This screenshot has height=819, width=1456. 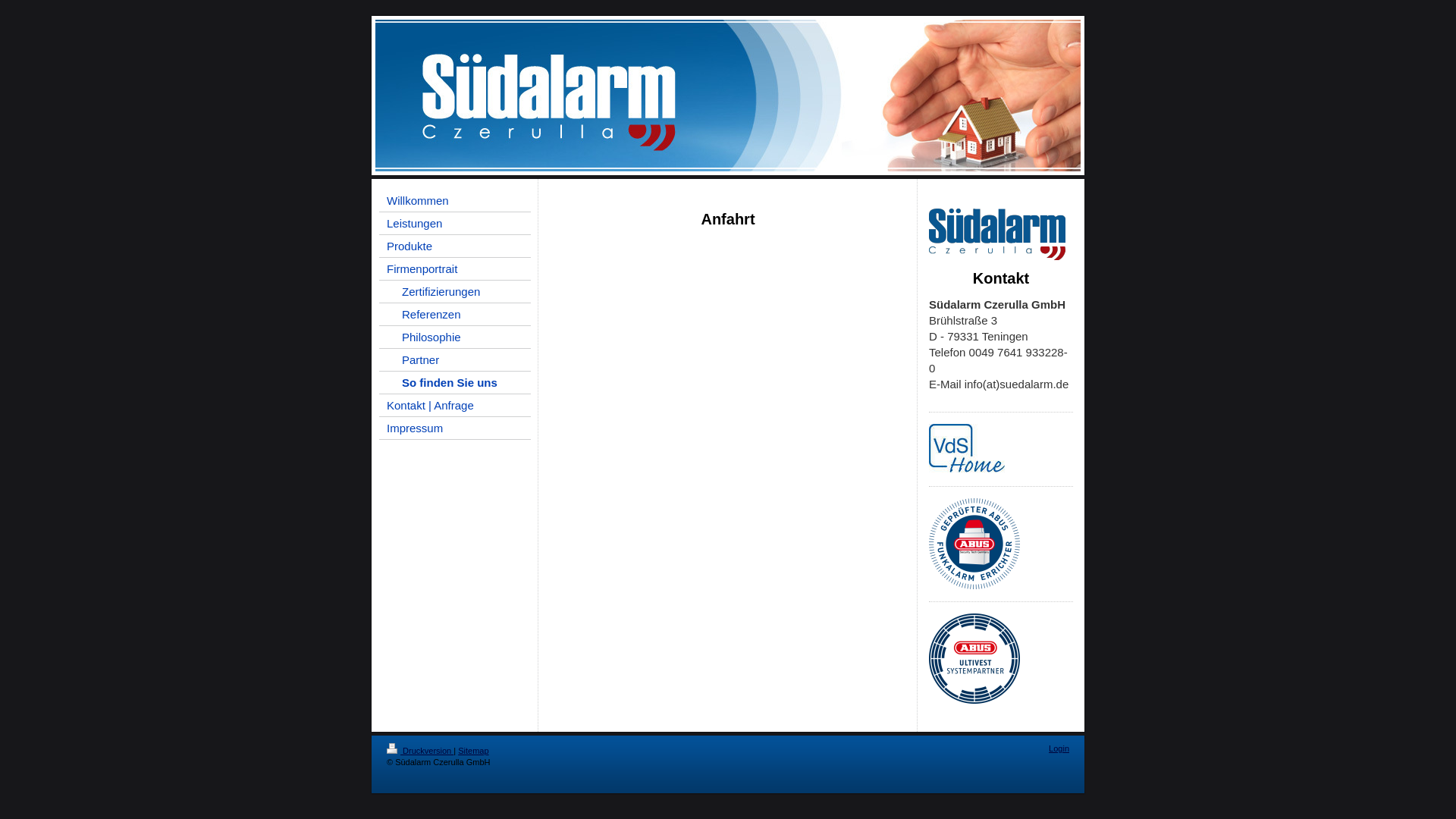 What do you see at coordinates (454, 200) in the screenshot?
I see `'Willkommen'` at bounding box center [454, 200].